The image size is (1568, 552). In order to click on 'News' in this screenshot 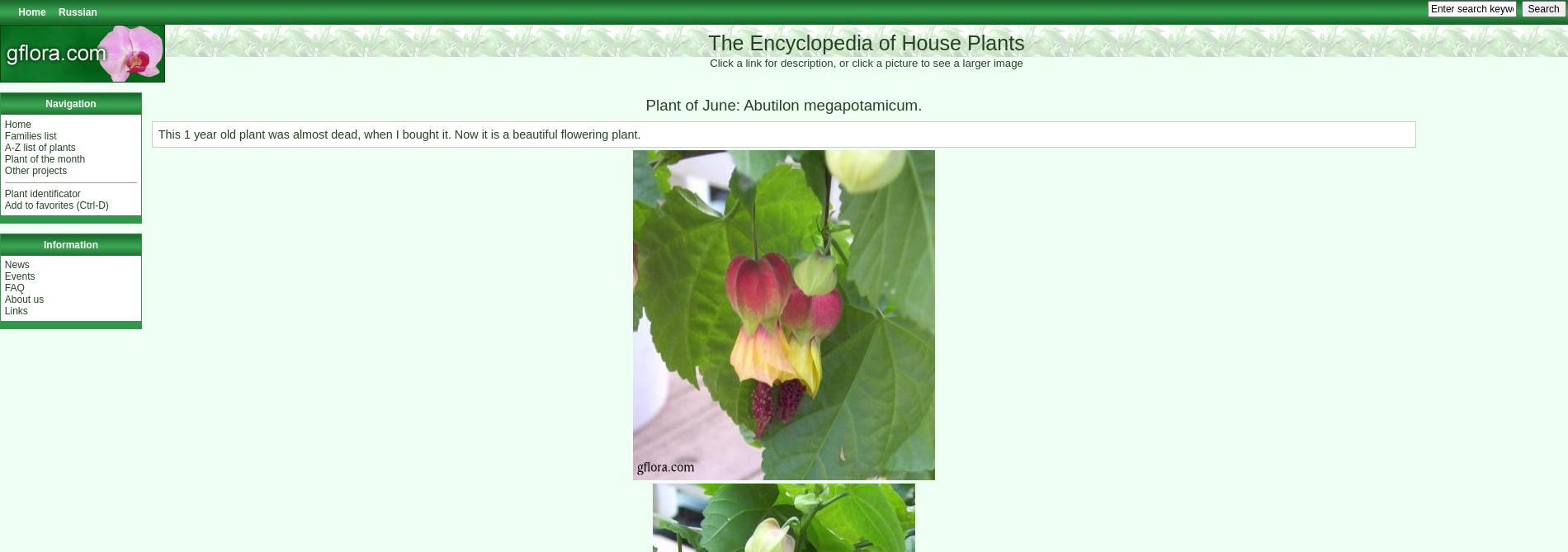, I will do `click(16, 264)`.